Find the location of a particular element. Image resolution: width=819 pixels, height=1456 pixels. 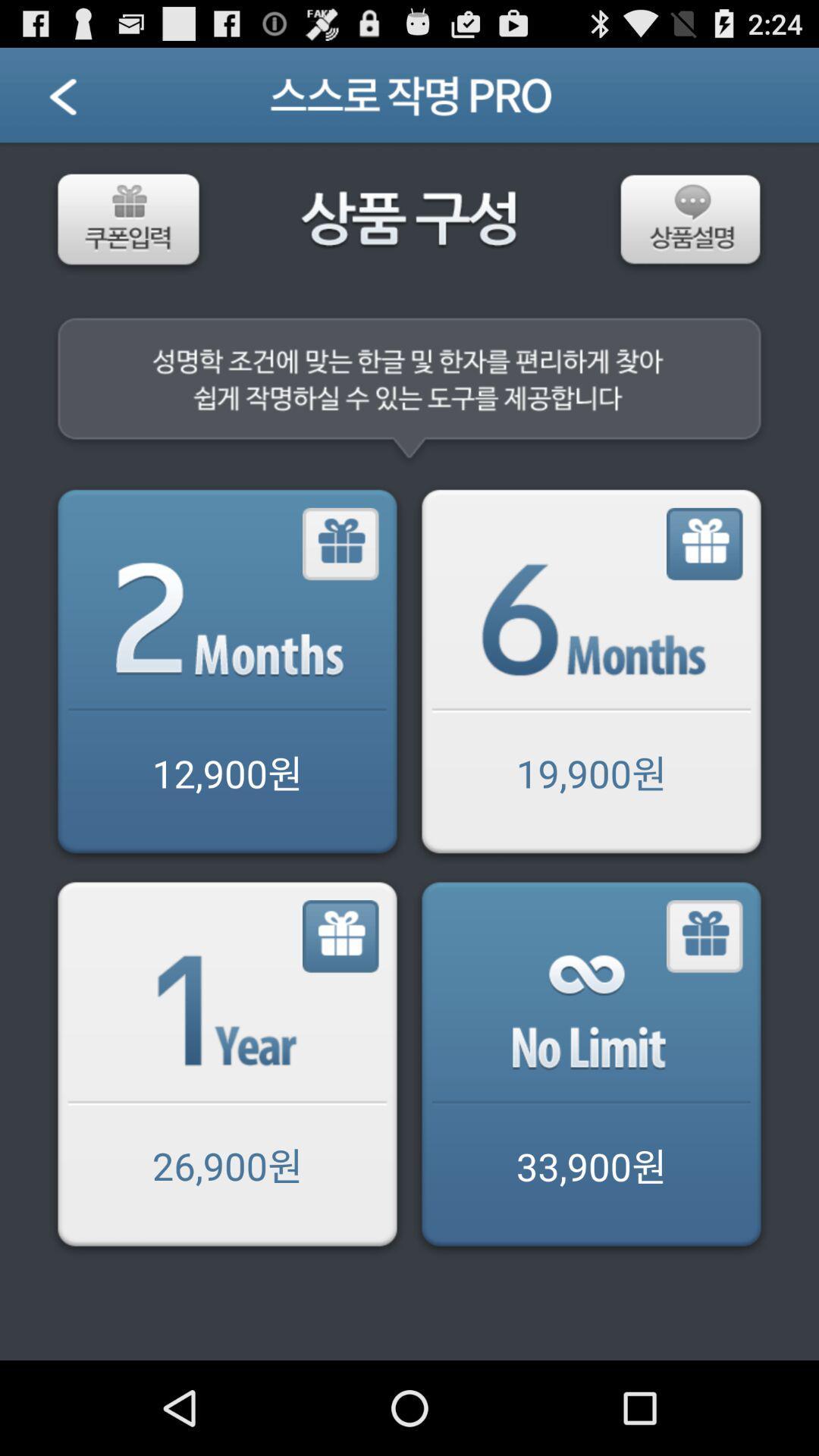

option is located at coordinates (590, 1066).